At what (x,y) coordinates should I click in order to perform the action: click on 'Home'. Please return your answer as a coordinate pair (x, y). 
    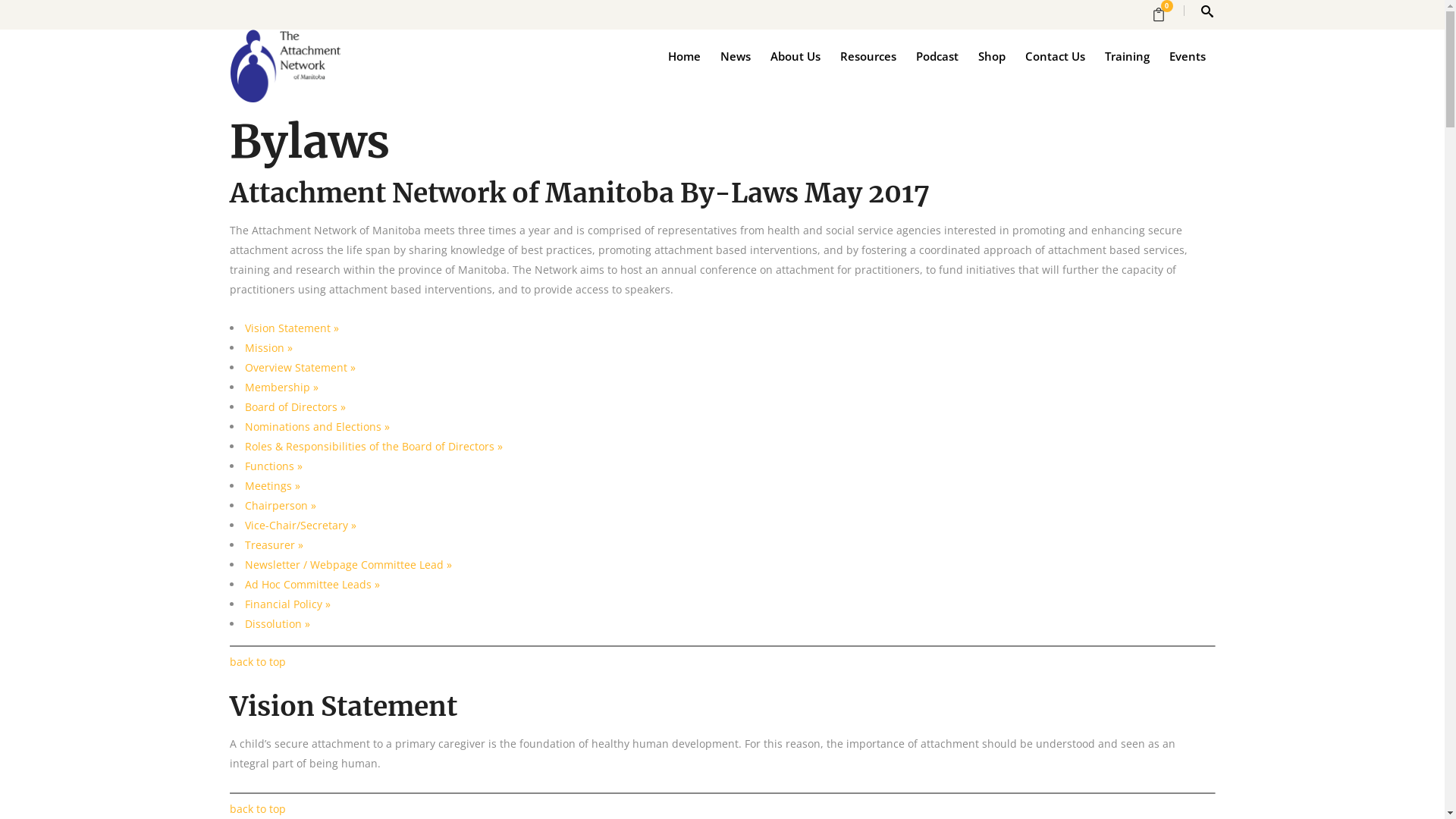
    Looking at the image, I should click on (683, 55).